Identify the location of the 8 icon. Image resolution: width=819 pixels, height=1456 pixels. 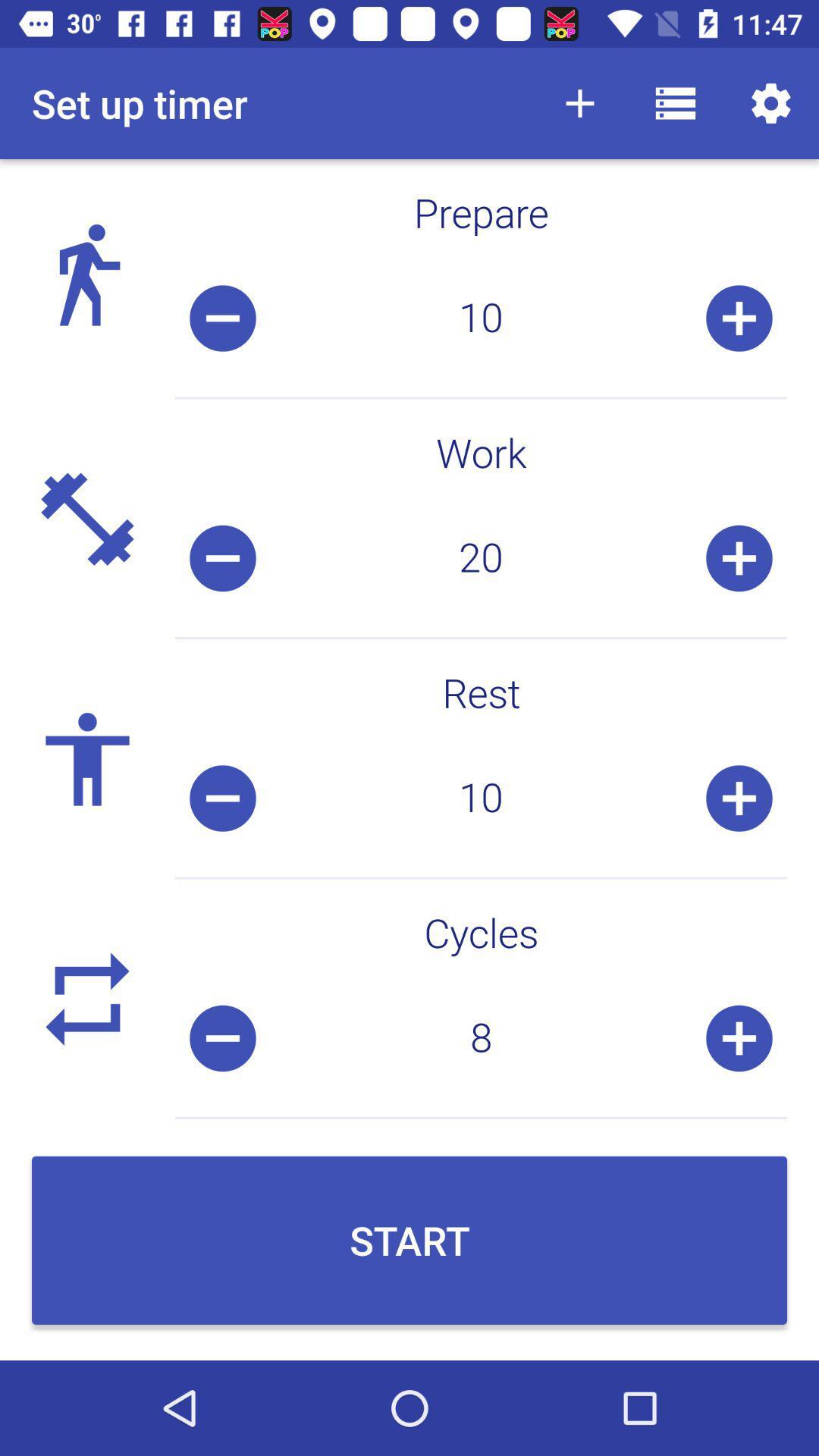
(481, 1037).